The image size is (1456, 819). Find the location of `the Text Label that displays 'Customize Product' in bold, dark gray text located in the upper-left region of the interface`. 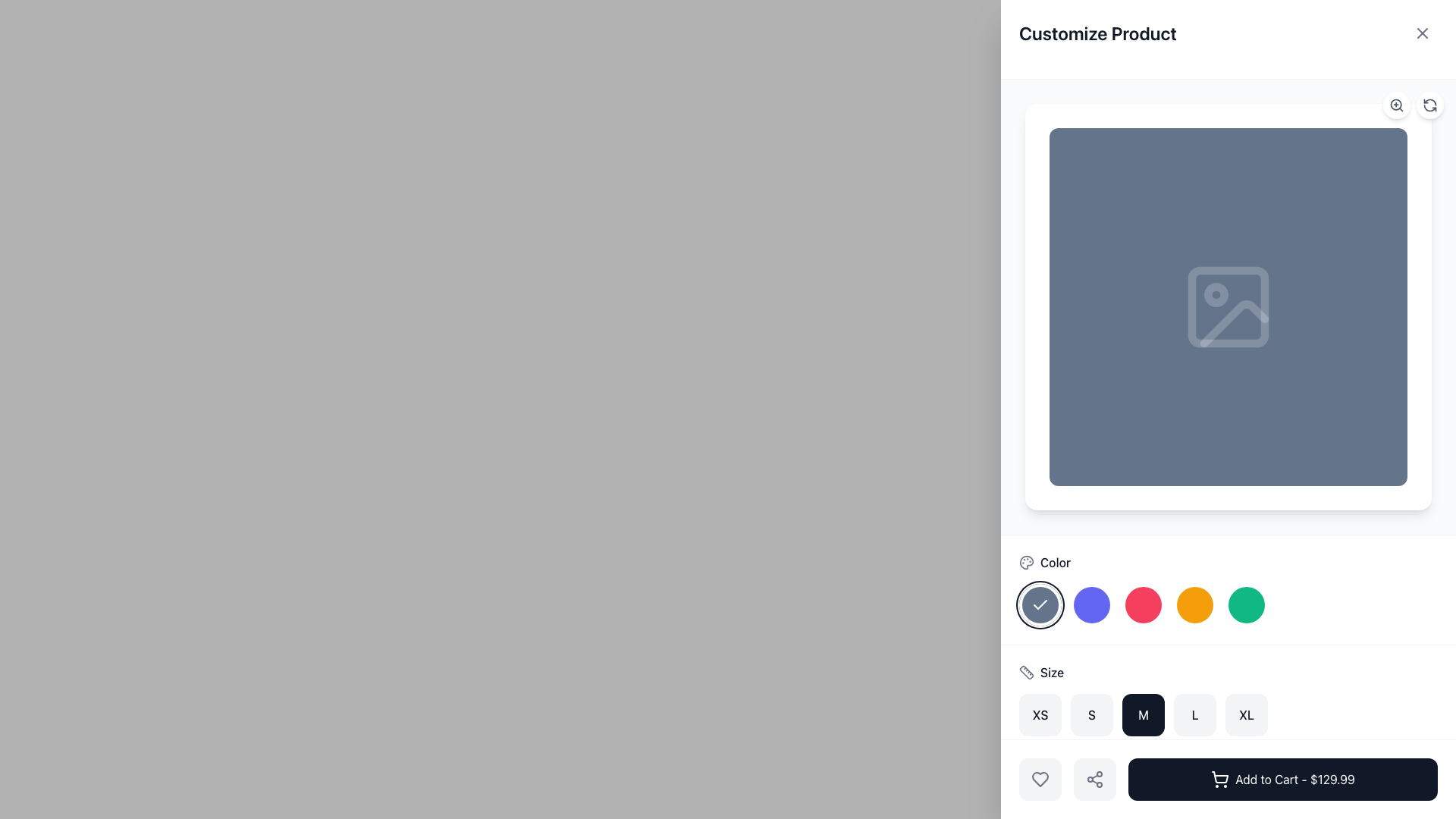

the Text Label that displays 'Customize Product' in bold, dark gray text located in the upper-left region of the interface is located at coordinates (1097, 33).